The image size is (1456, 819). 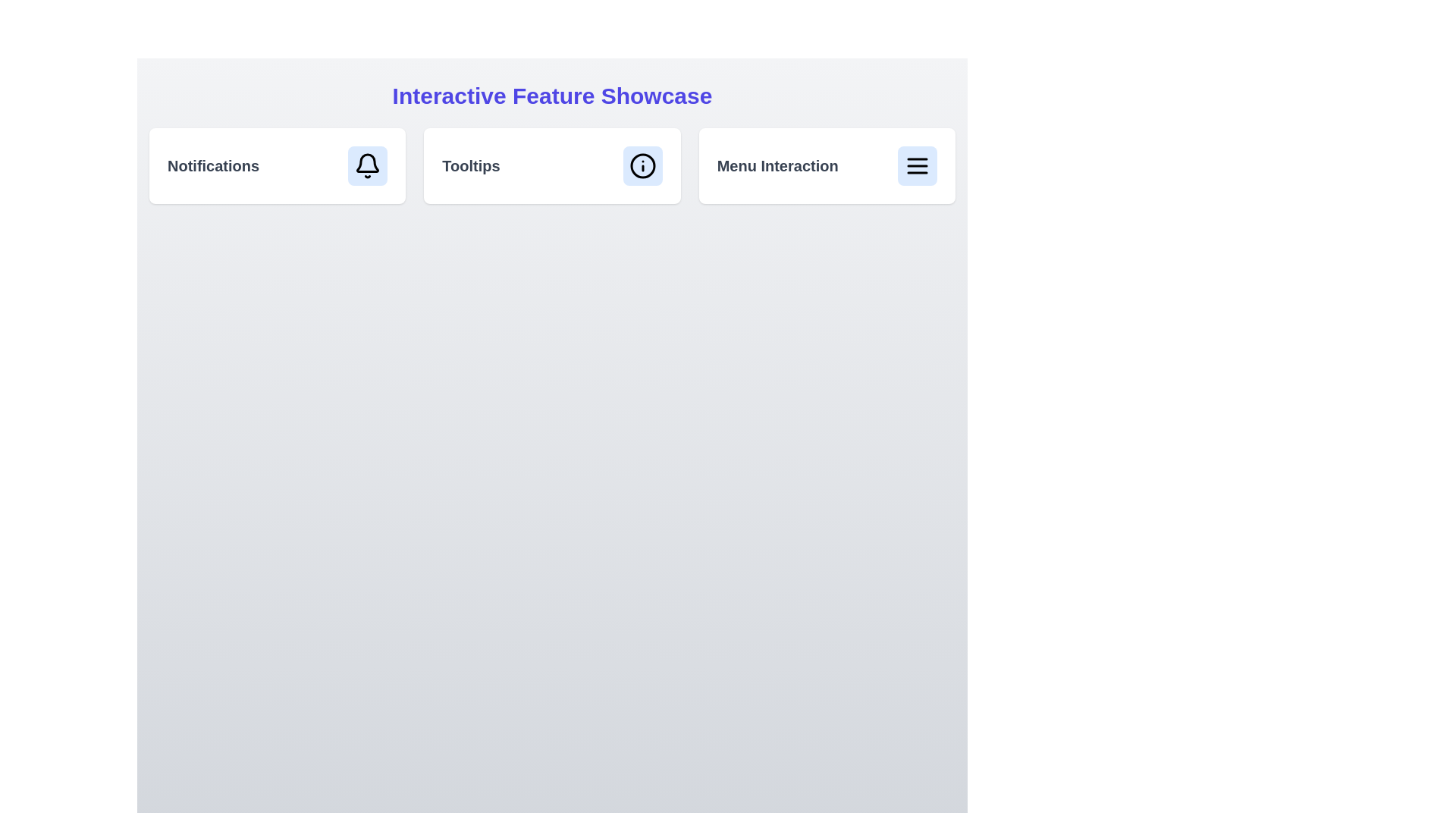 What do you see at coordinates (642, 166) in the screenshot?
I see `the information icon located in the center region of the 'Tooltip' section, which is part of the icon group within the second card of the topmost panel` at bounding box center [642, 166].